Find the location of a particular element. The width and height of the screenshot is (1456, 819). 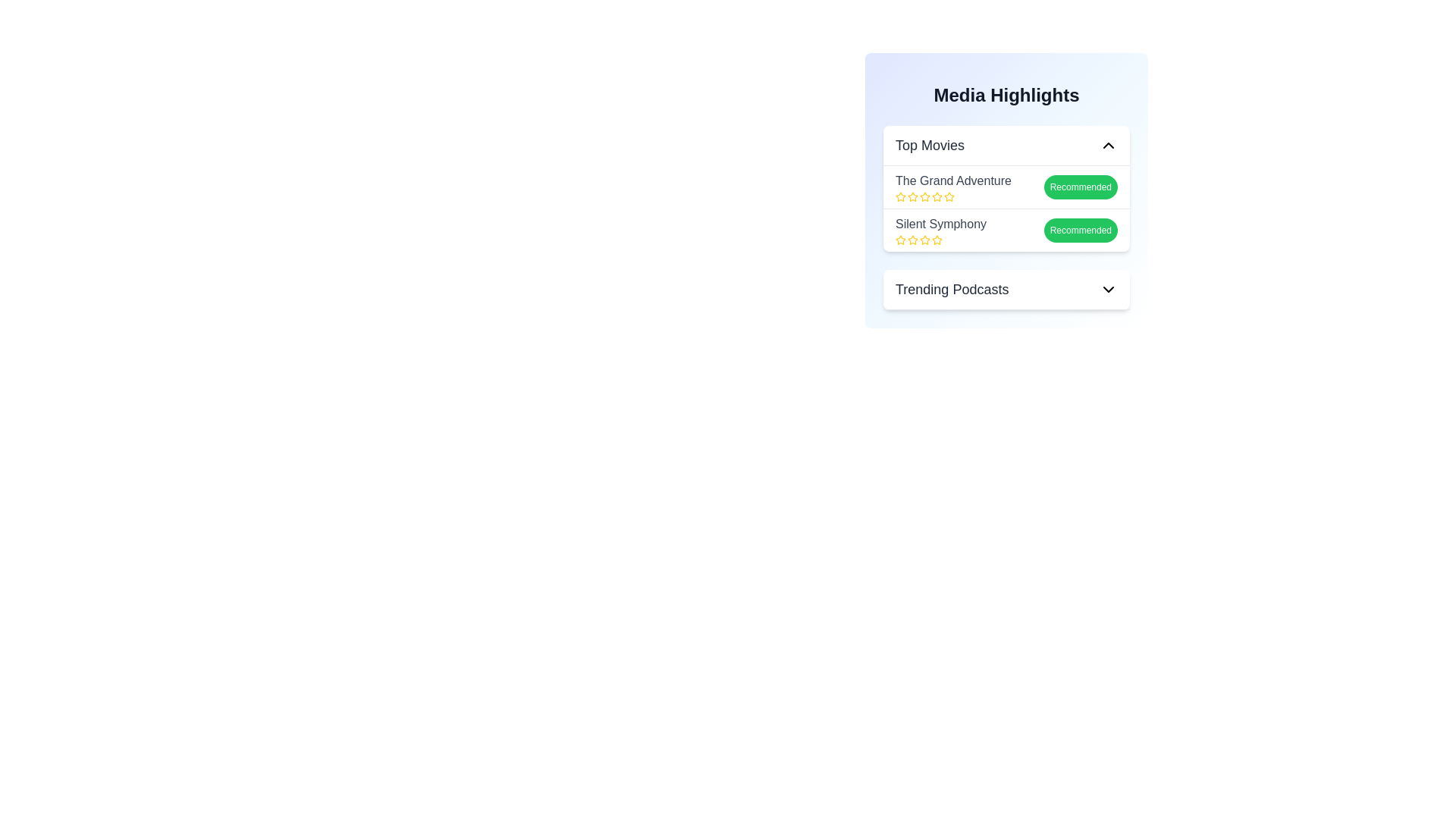

the expand/collapse button for the category Trending Podcasts is located at coordinates (1109, 289).